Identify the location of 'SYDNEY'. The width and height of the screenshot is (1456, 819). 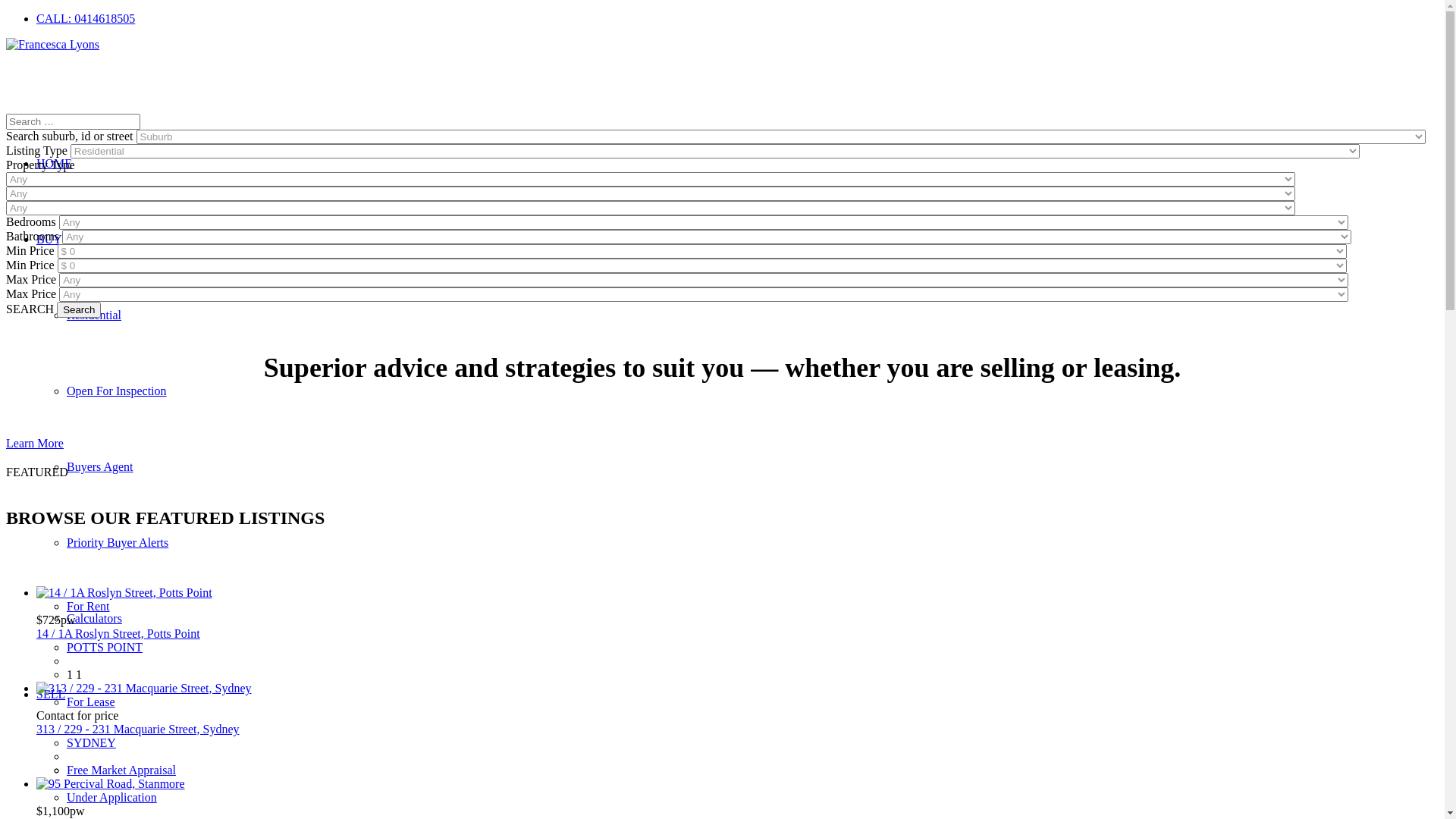
(90, 742).